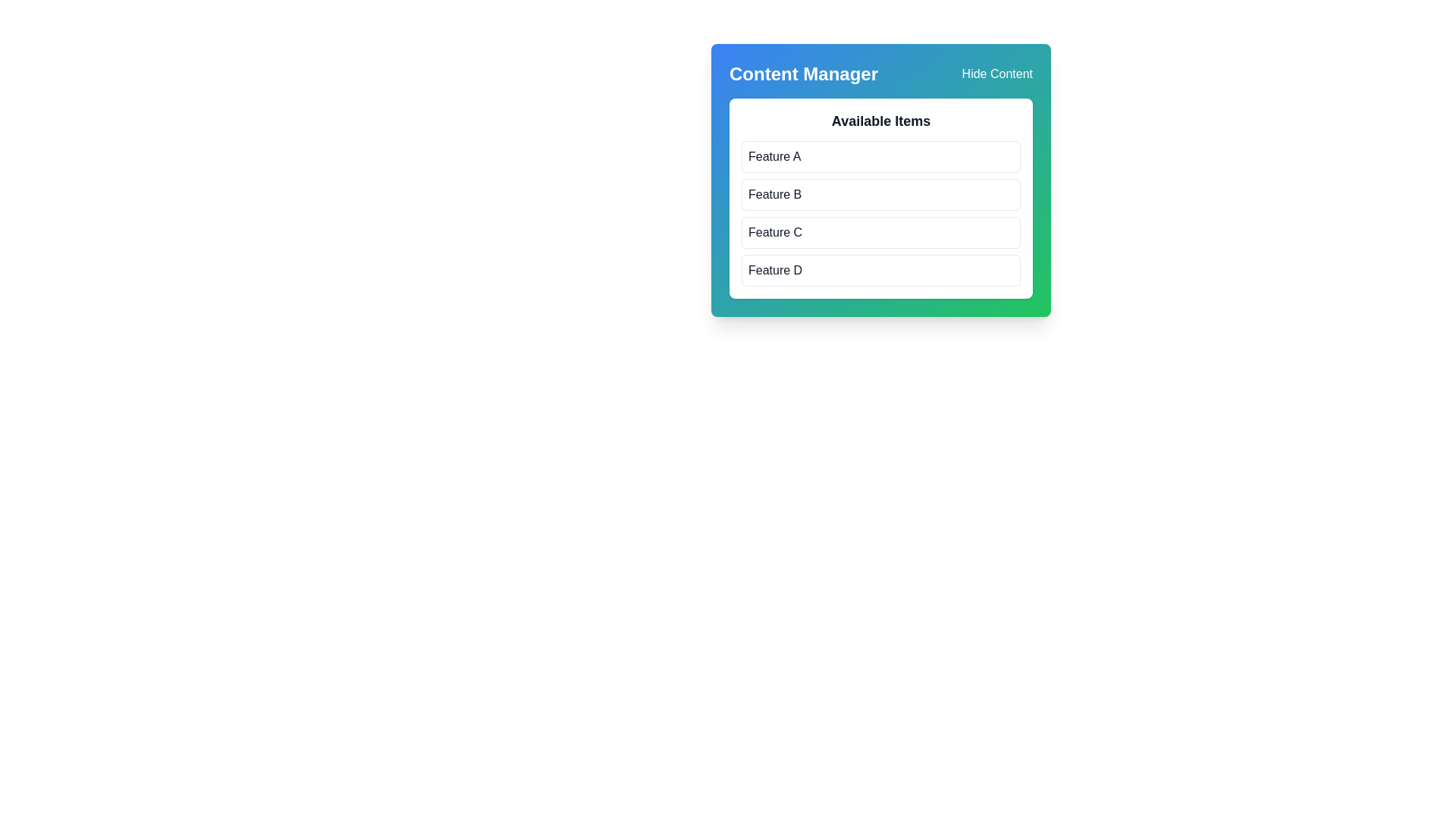 The height and width of the screenshot is (819, 1456). I want to click on the item in the vertical list of selectable items labeled 'Feature A', 'Feature B', 'Feature C', or 'Feature D', so click(880, 213).